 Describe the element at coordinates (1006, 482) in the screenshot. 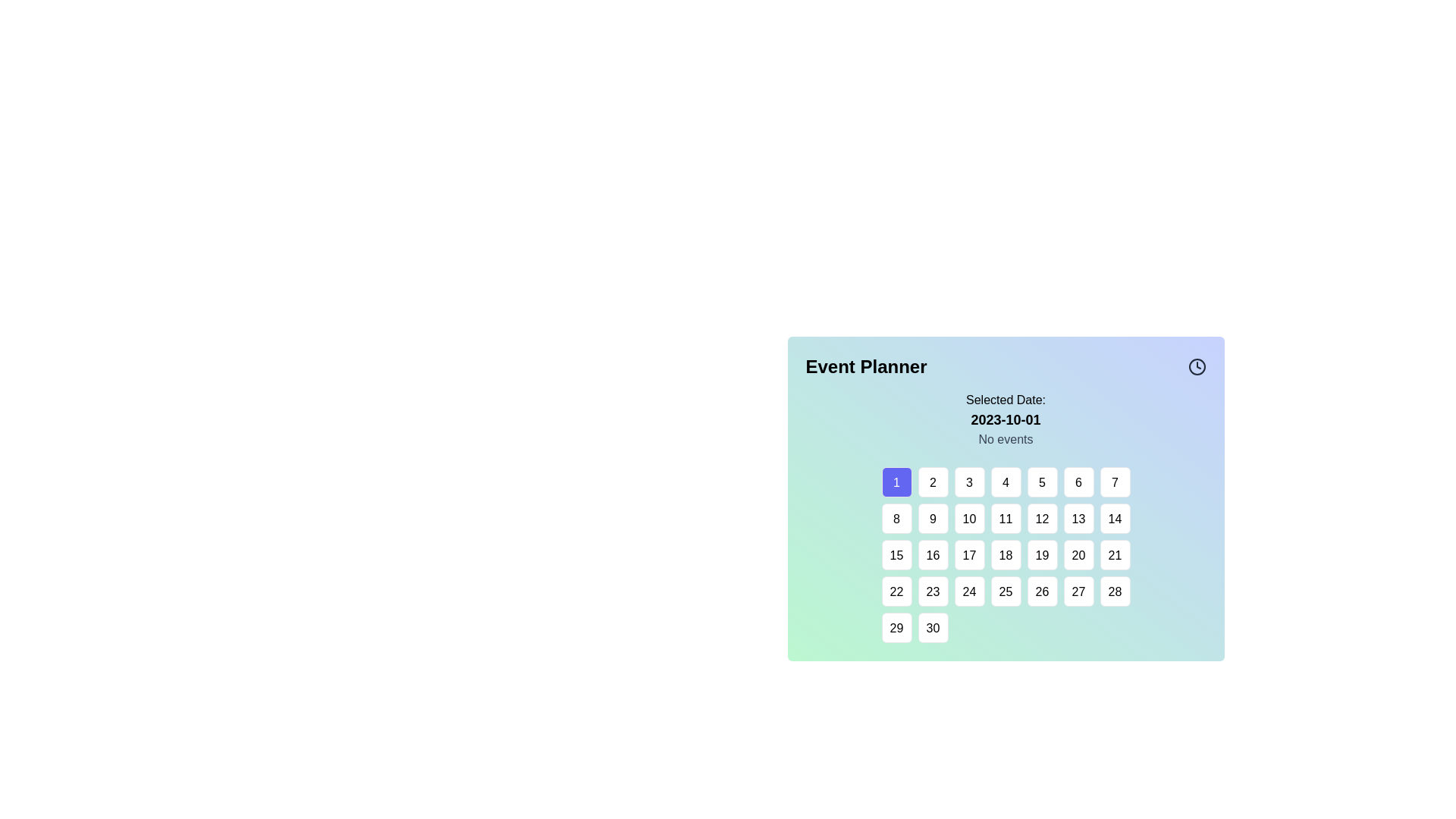

I see `the square button displaying the number '4' located in the first row and fourth column of the grid in the 'Event Planner' section` at that location.